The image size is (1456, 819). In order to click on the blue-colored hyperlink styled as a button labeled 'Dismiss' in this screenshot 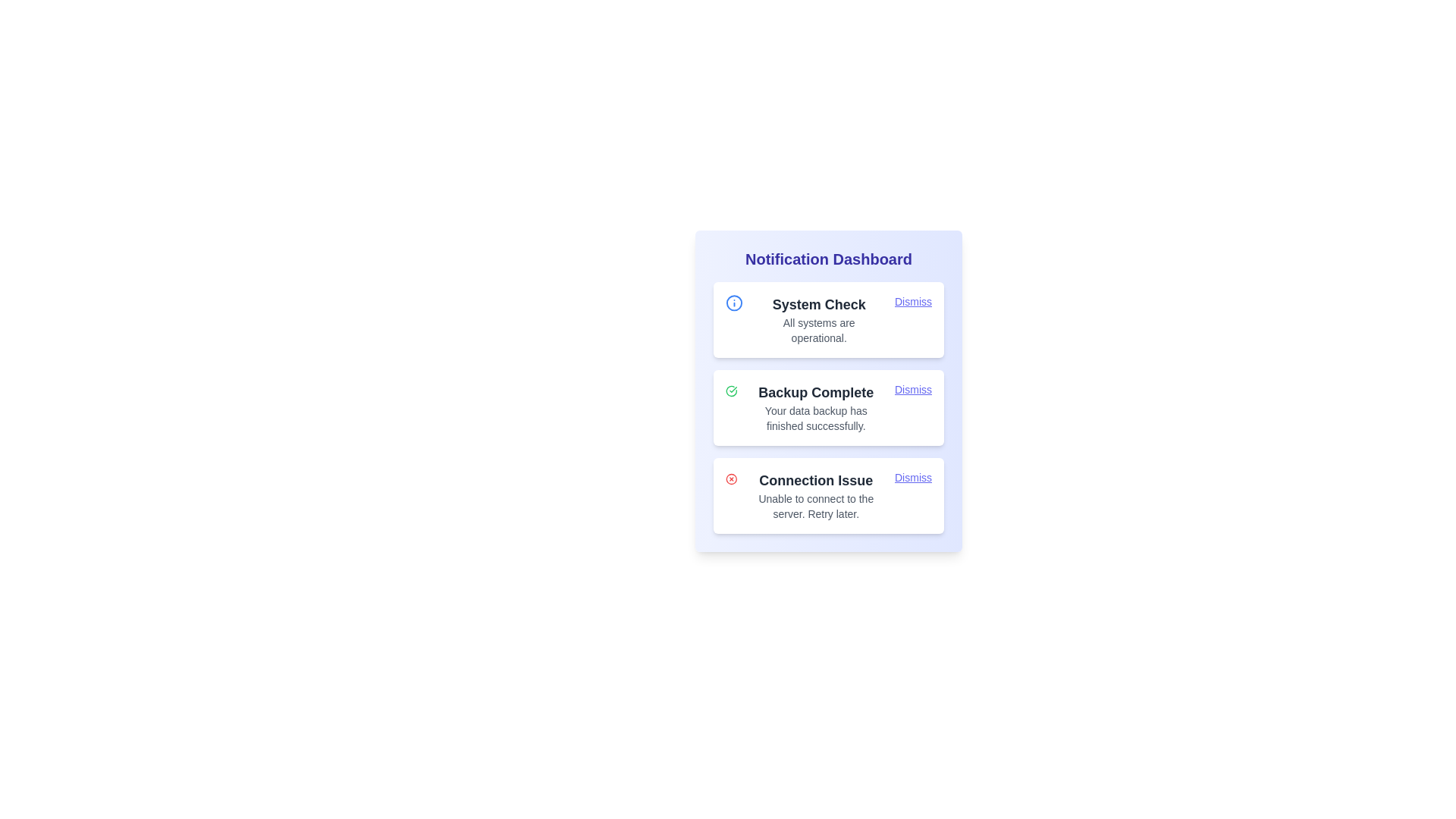, I will do `click(912, 476)`.